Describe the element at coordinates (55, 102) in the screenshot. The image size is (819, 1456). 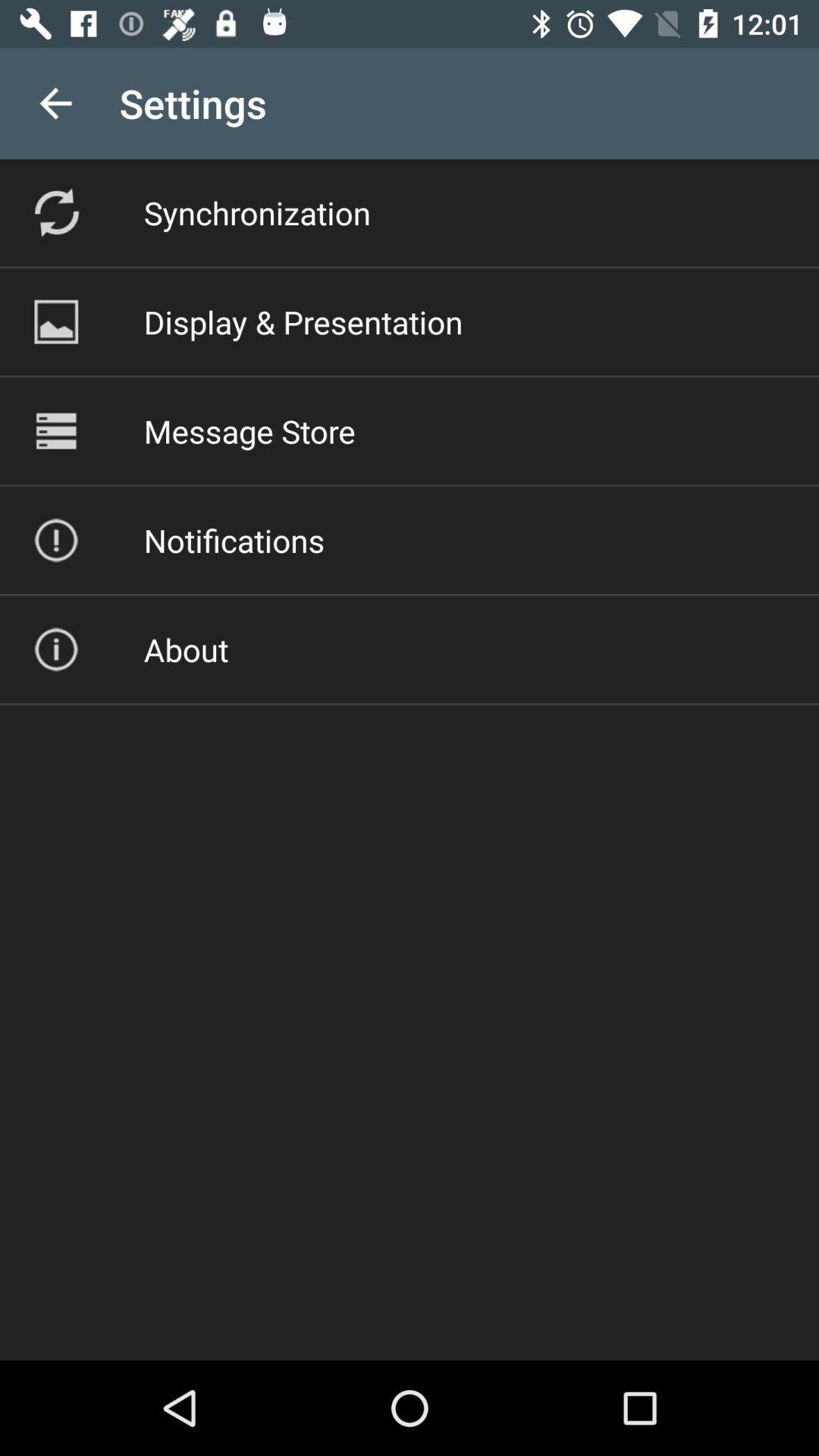
I see `icon to the left of the settings item` at that location.